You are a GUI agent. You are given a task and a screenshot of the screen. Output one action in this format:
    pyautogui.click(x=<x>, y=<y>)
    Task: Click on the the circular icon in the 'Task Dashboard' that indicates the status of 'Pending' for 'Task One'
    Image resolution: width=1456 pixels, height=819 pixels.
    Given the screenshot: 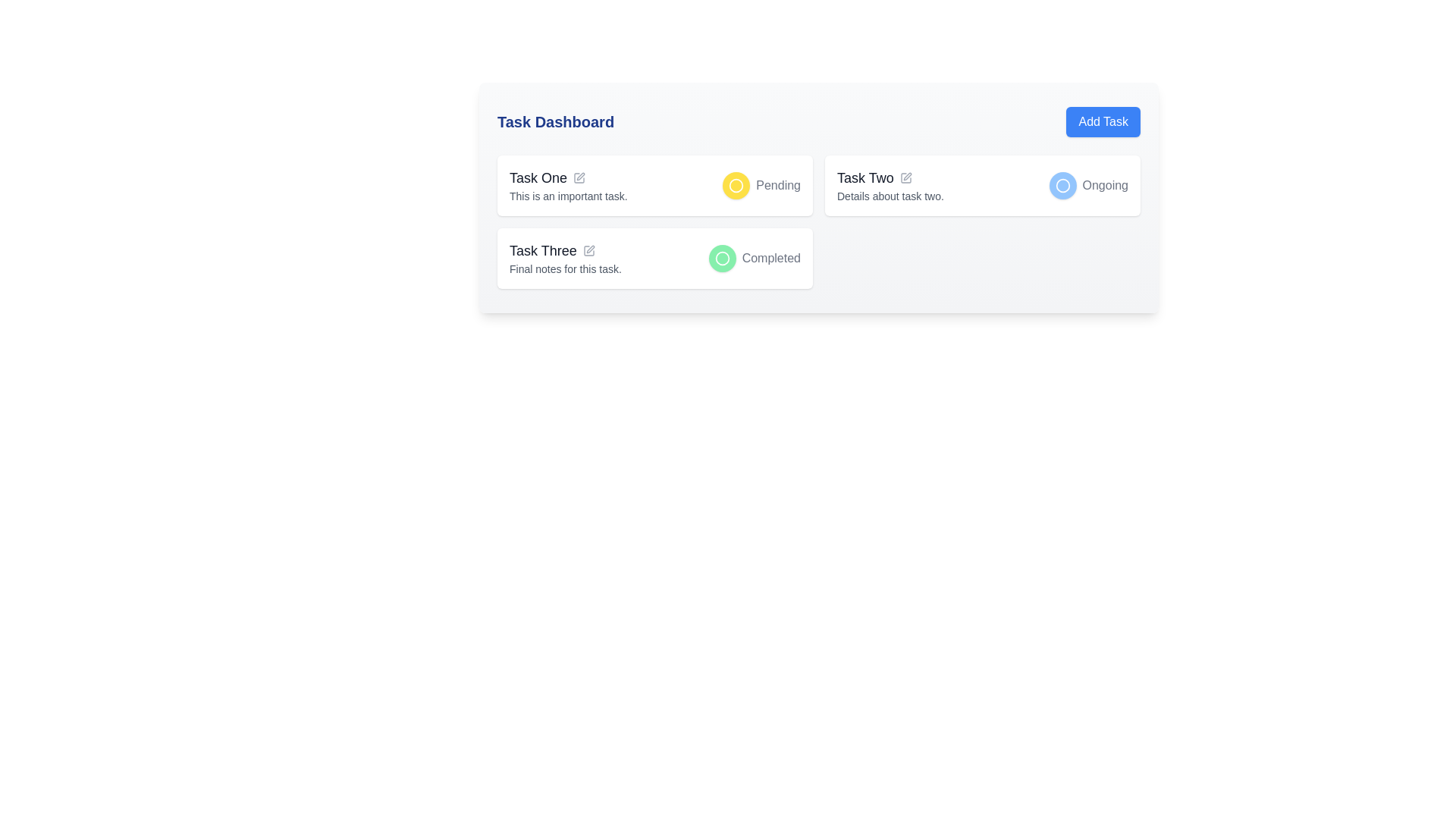 What is the action you would take?
    pyautogui.click(x=736, y=185)
    